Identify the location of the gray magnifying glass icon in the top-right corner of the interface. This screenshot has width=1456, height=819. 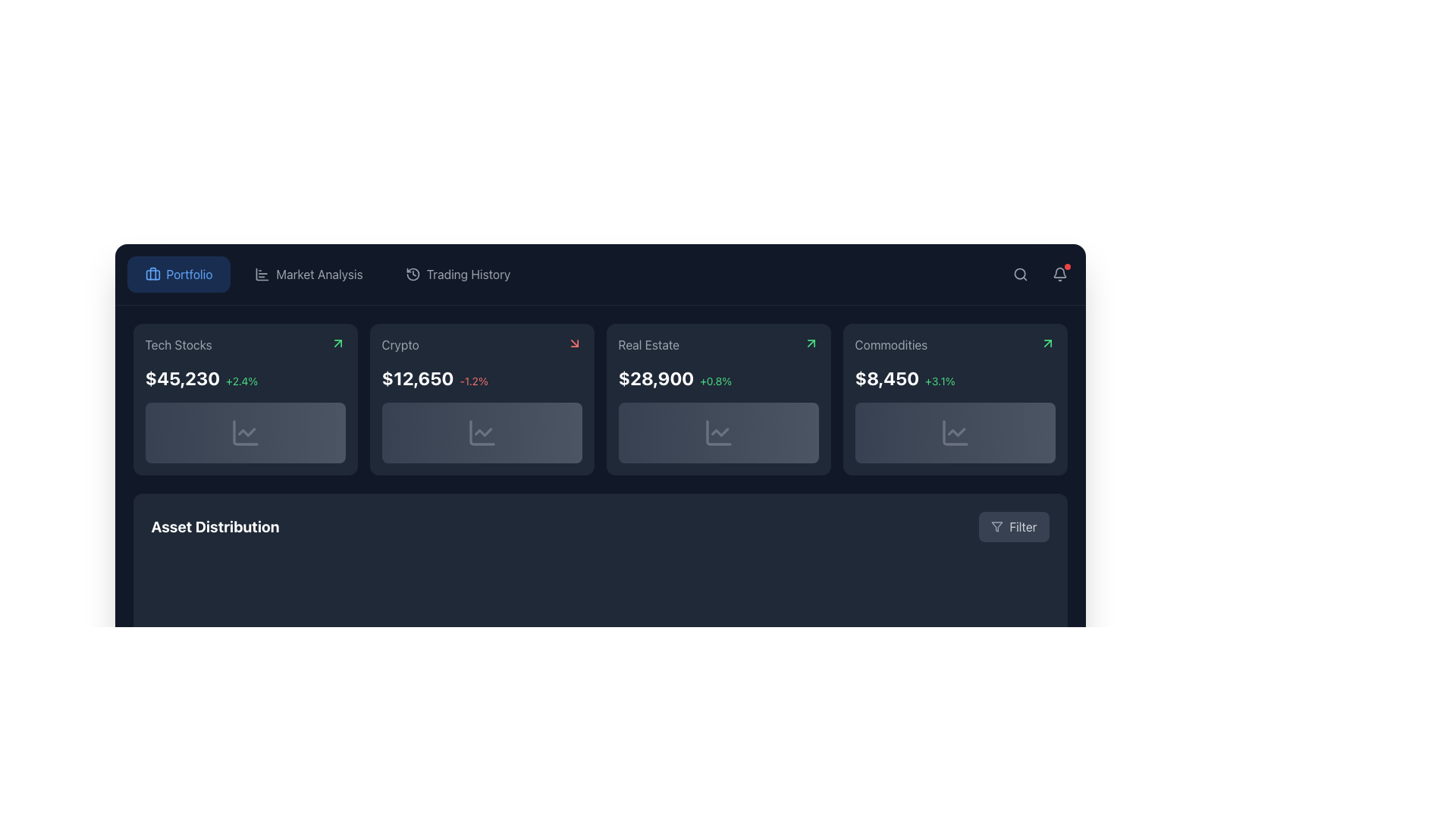
(1020, 275).